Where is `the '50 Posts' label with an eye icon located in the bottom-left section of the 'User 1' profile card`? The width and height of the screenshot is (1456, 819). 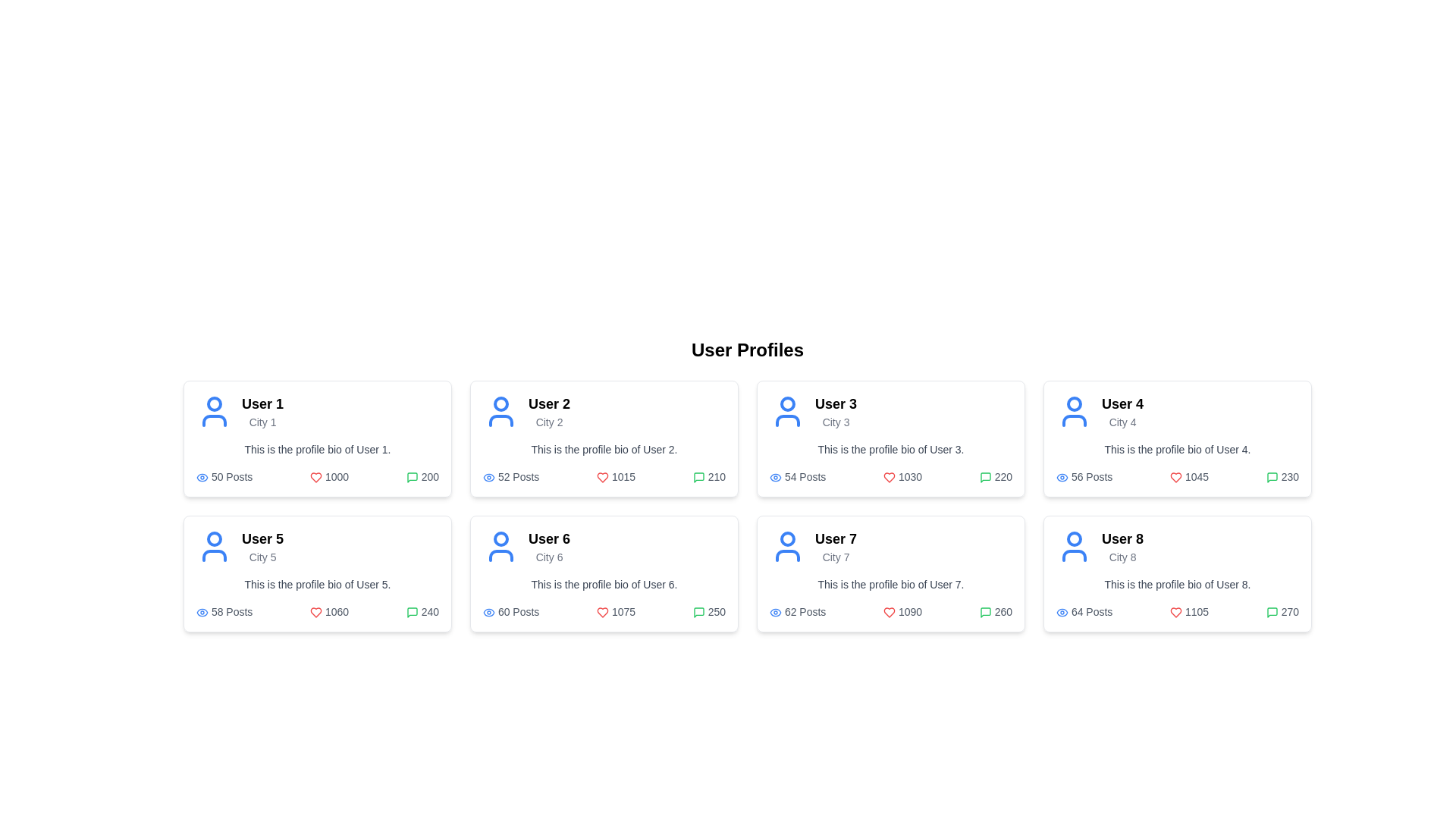
the '50 Posts' label with an eye icon located in the bottom-left section of the 'User 1' profile card is located at coordinates (224, 475).